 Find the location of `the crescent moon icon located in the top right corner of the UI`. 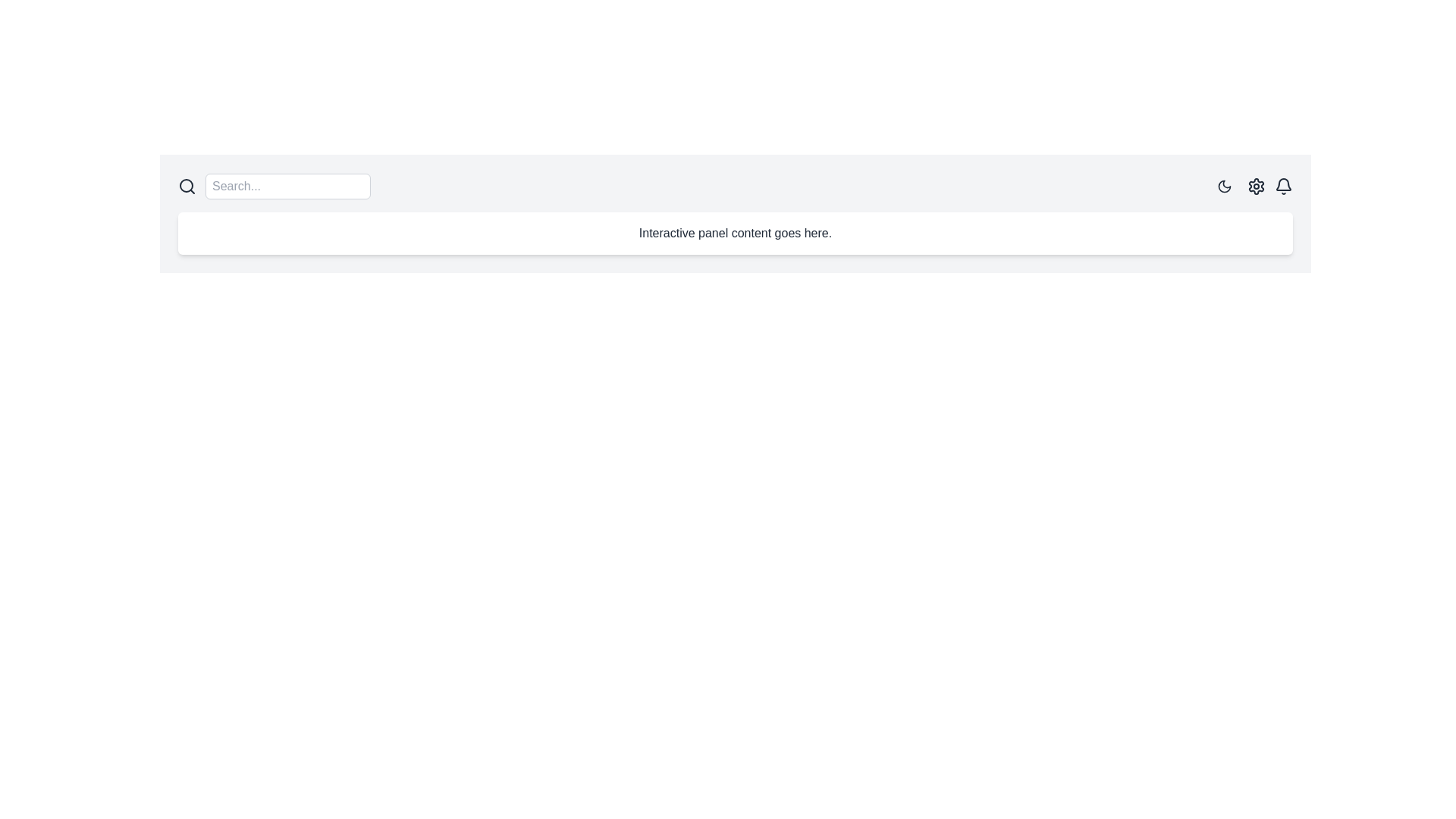

the crescent moon icon located in the top right corner of the UI is located at coordinates (1224, 186).